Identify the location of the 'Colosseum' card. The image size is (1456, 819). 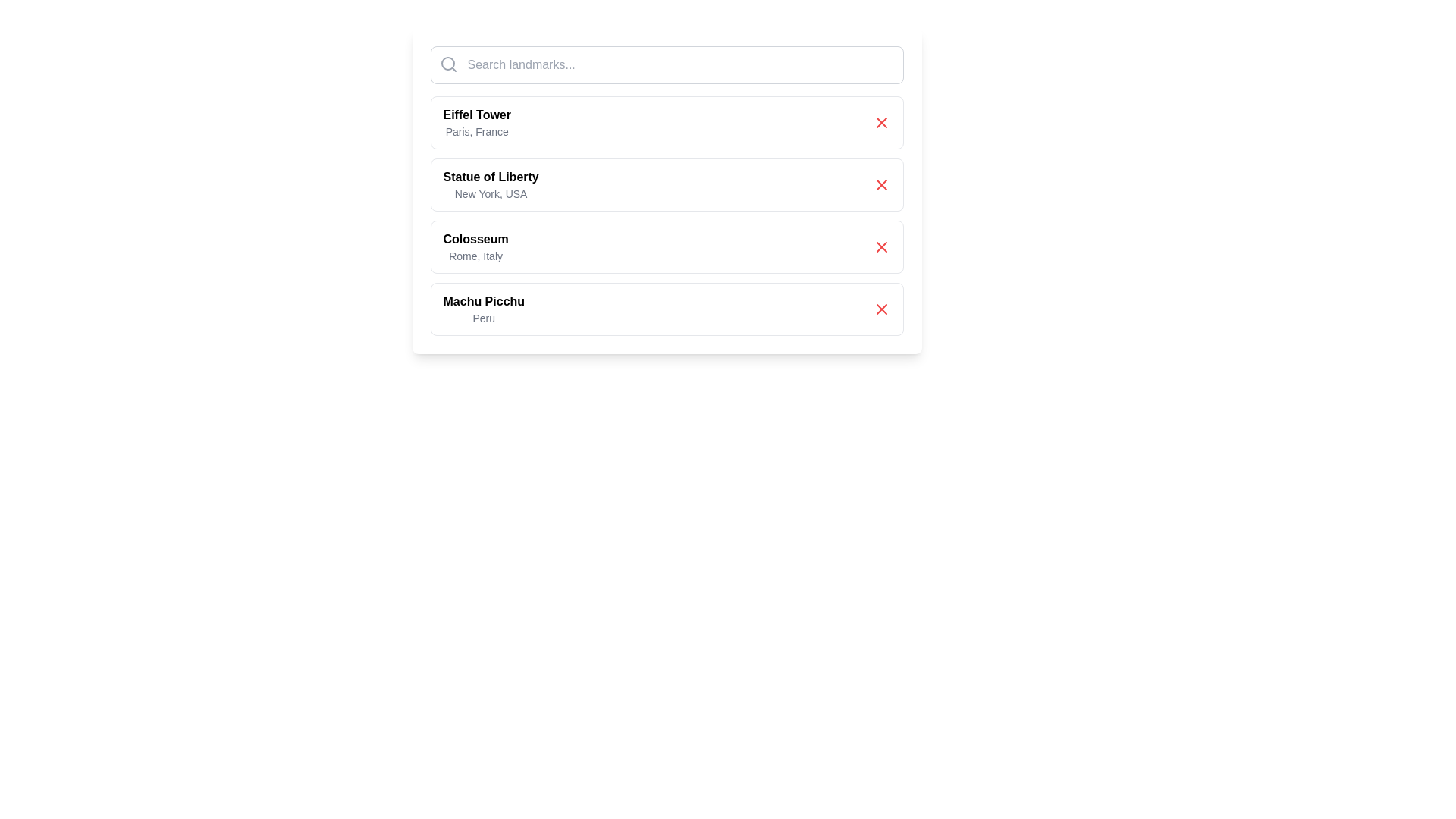
(667, 246).